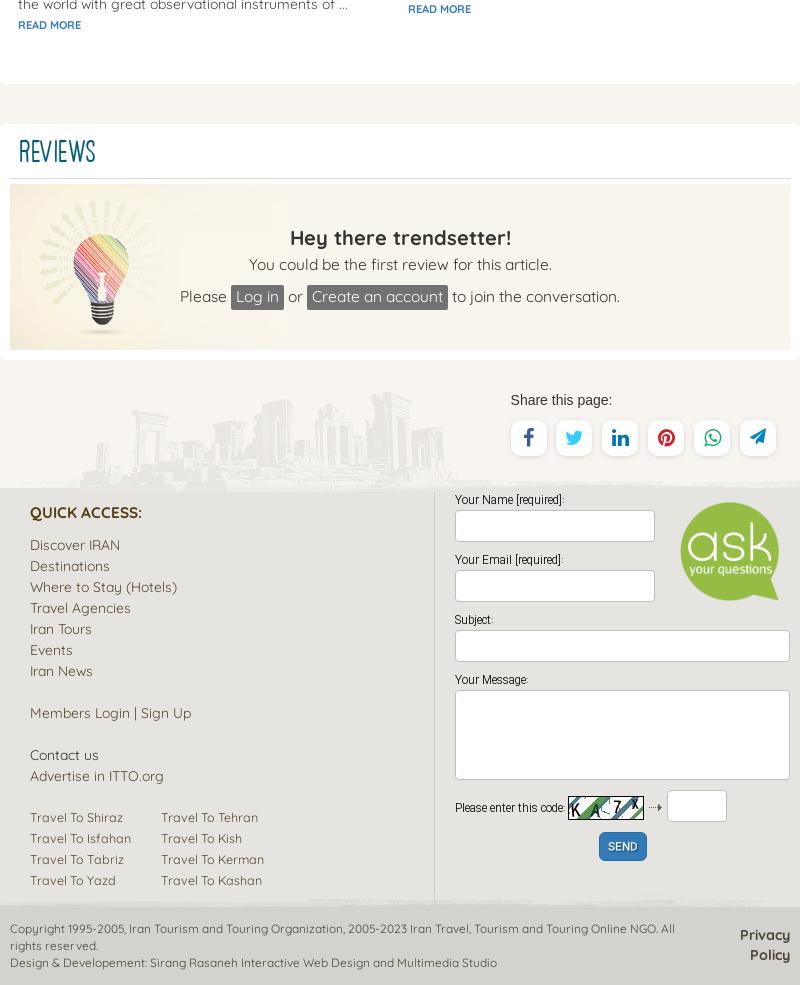 The image size is (800, 985). Describe the element at coordinates (70, 564) in the screenshot. I see `'Destinations'` at that location.